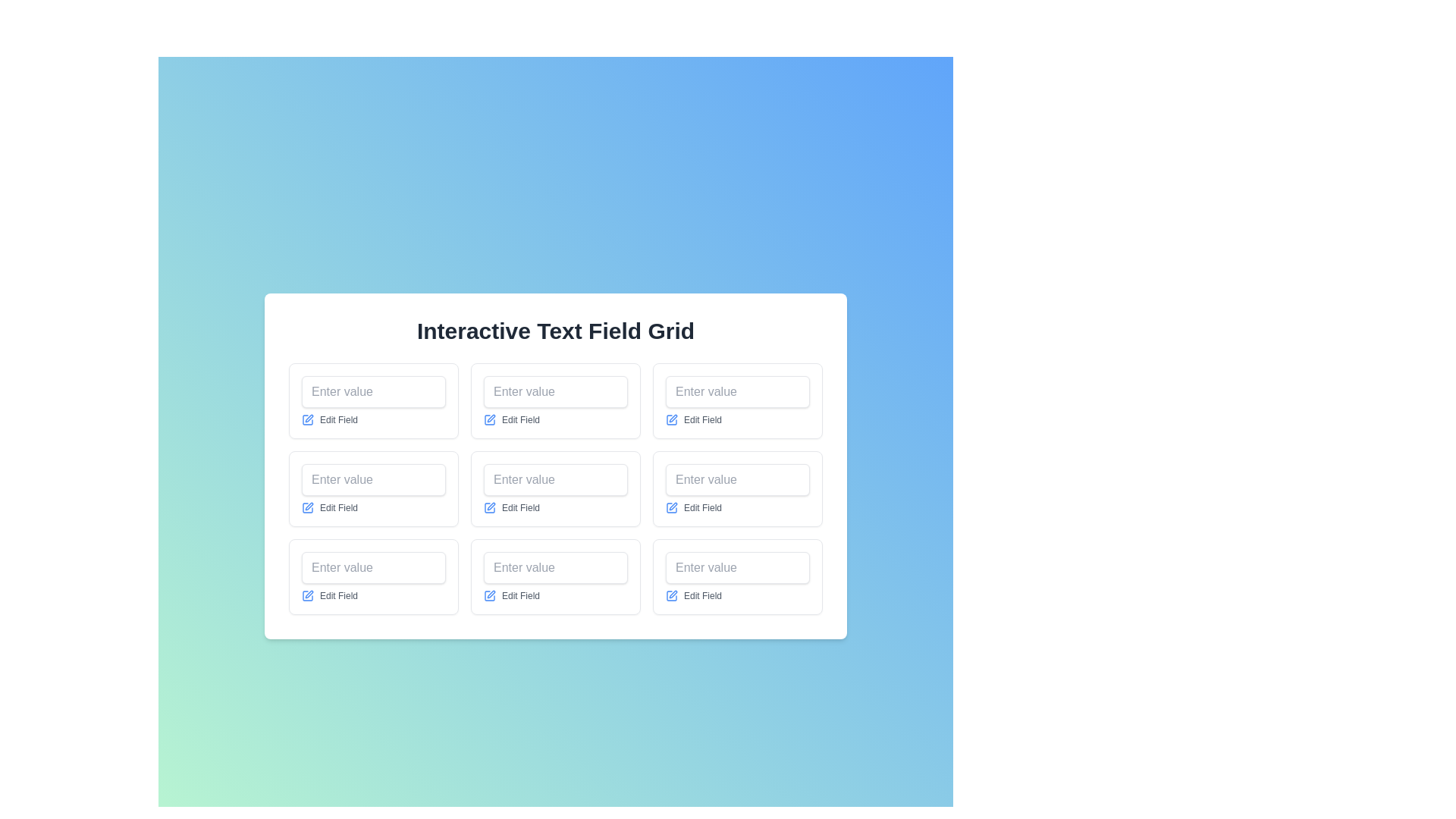 This screenshot has height=819, width=1456. I want to click on the blue pen icon located in the bottom row, middle column of the grid layout, so click(491, 506).